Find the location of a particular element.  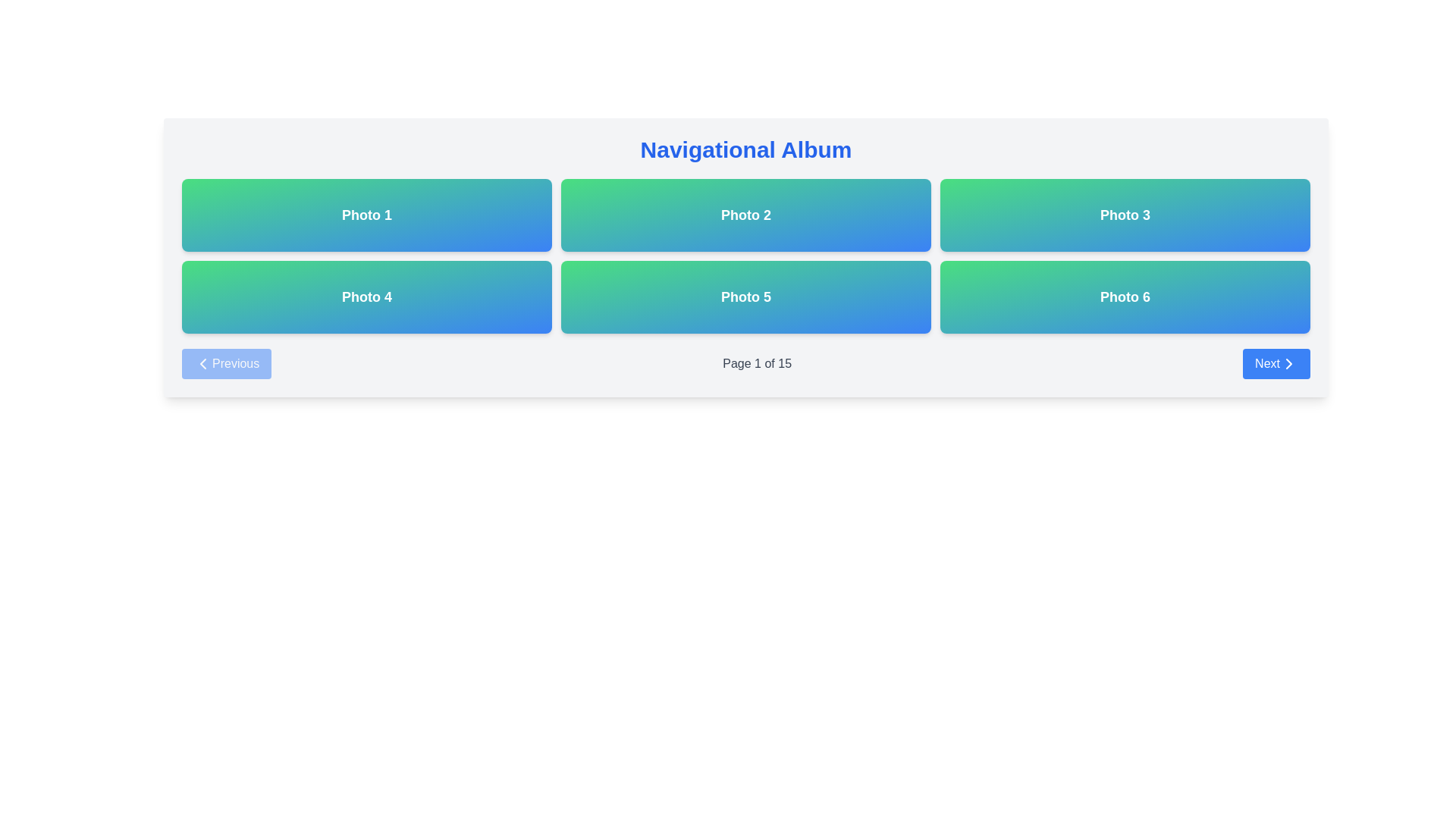

the 'Photo 2' static informational card located in the top row of the grid layout, specifically the second card from the left, for potential interaction is located at coordinates (745, 215).